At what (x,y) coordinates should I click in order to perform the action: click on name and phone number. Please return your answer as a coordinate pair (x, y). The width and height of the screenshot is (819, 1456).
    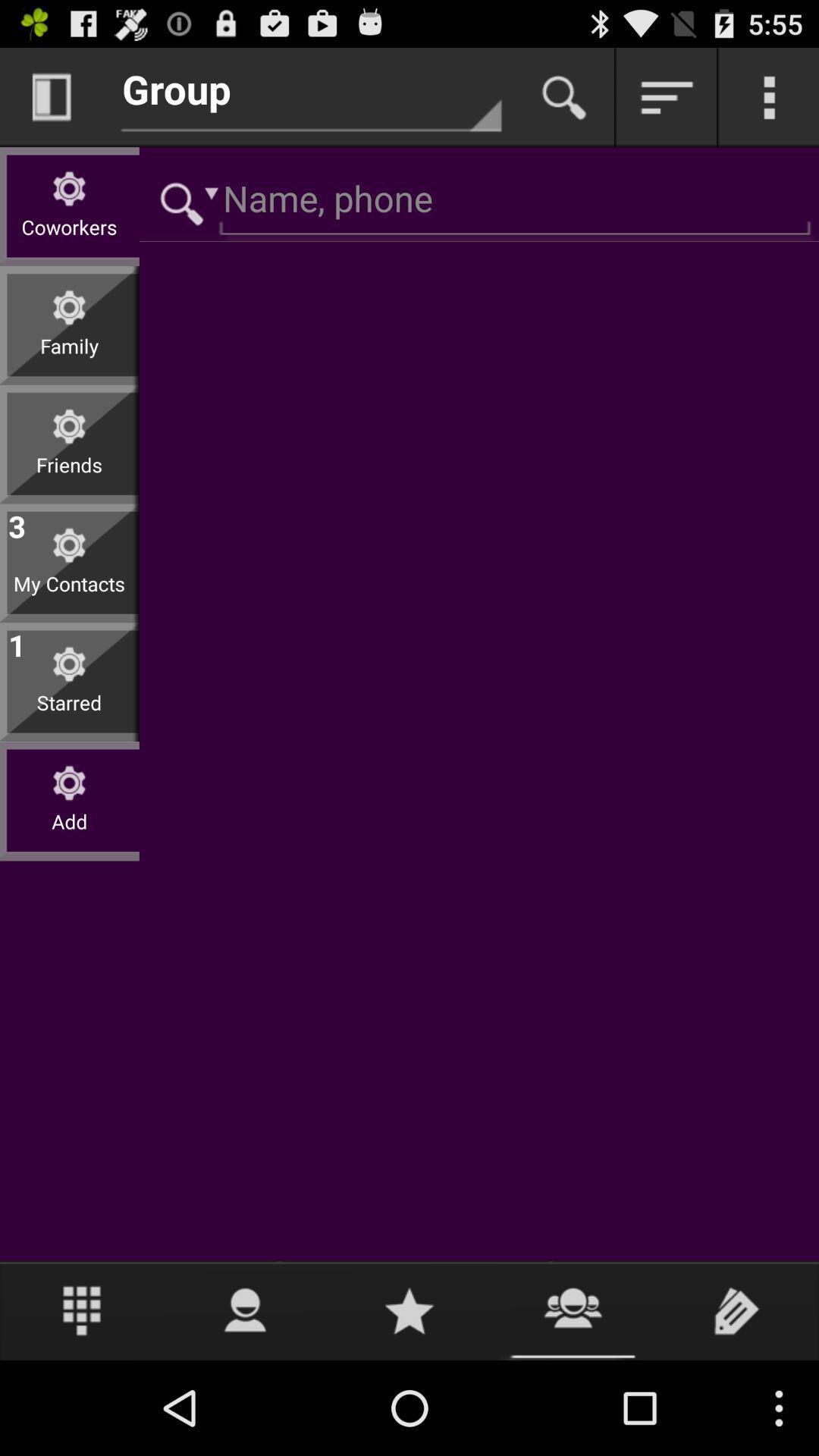
    Looking at the image, I should click on (479, 200).